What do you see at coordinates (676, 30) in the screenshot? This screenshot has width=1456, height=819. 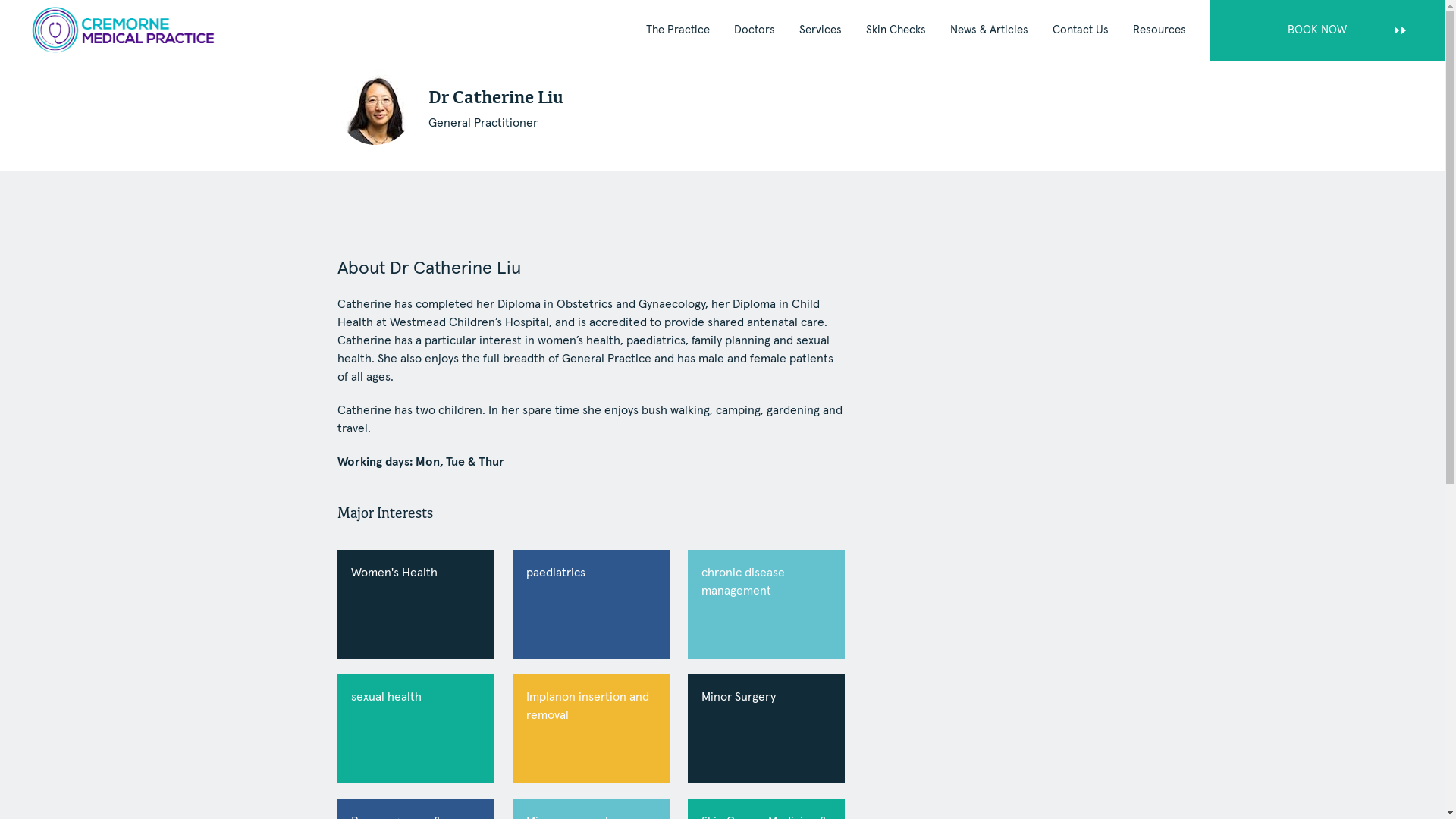 I see `'The Practice'` at bounding box center [676, 30].